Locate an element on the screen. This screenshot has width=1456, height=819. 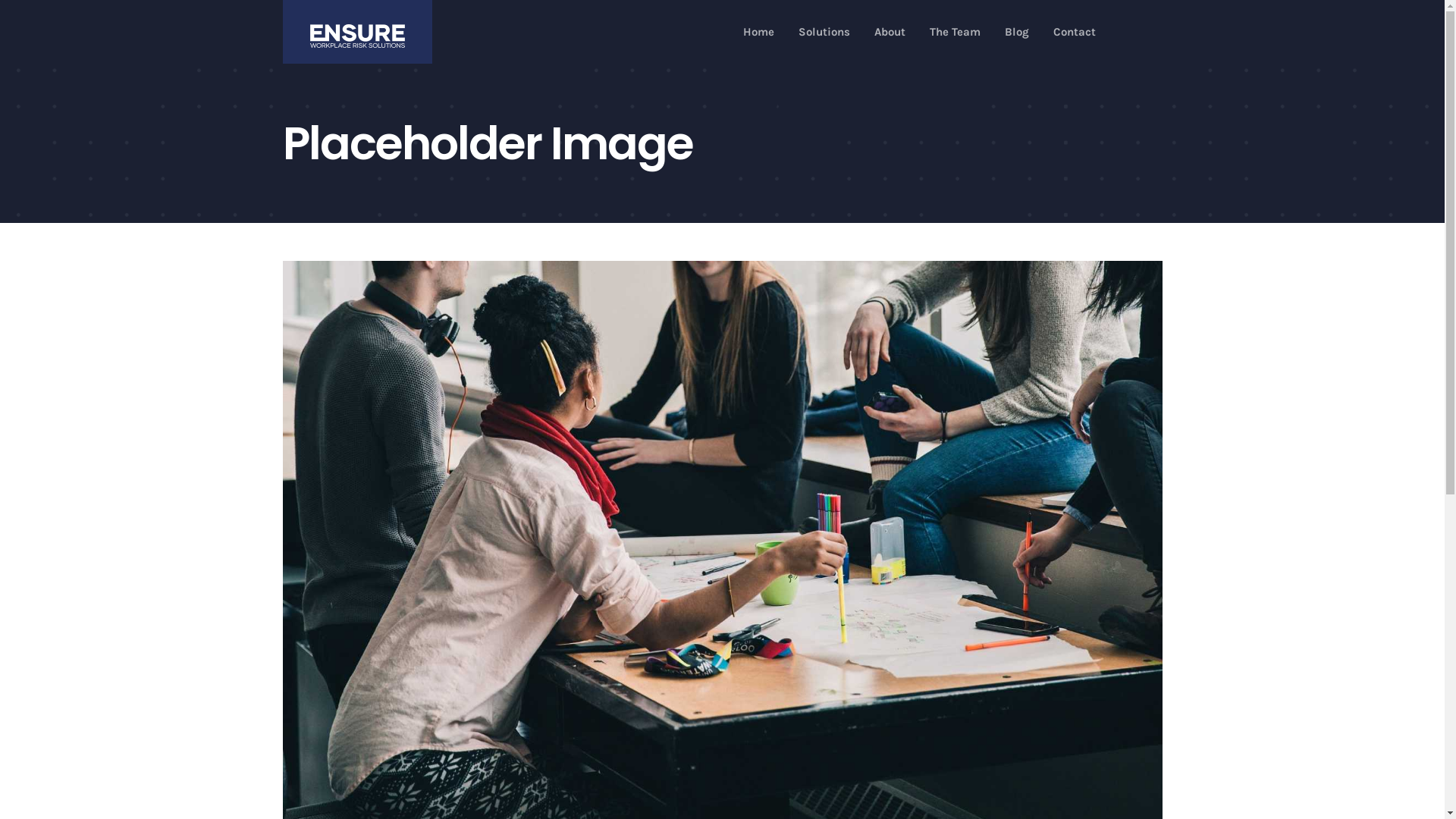
'Solutions' is located at coordinates (823, 32).